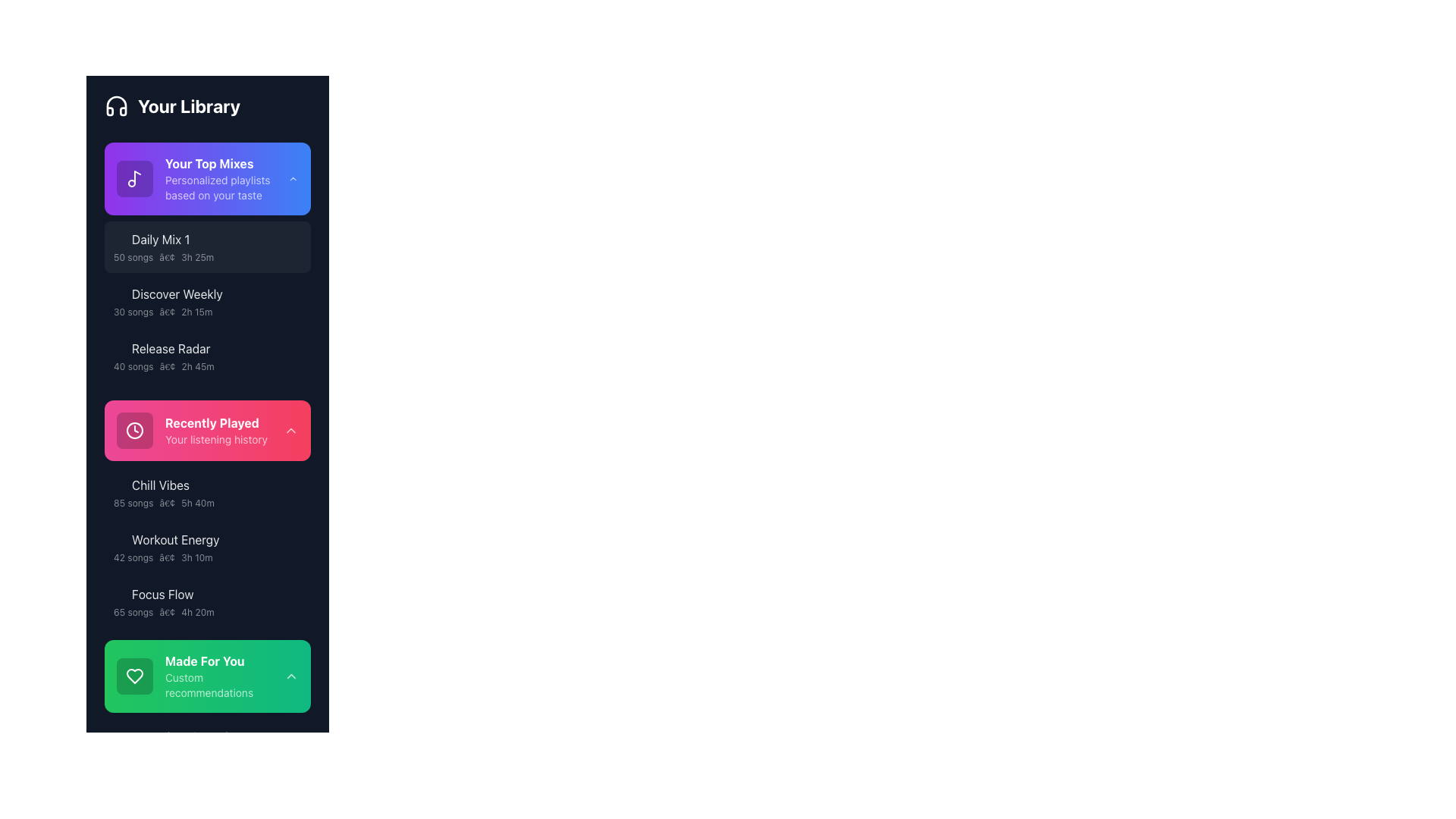 The width and height of the screenshot is (1456, 819). I want to click on the expandable/collapsible icon located in the bottom-right corner of the 'Made For You' section, adjacent to the 'Made For You' title and subtitle, so click(291, 675).